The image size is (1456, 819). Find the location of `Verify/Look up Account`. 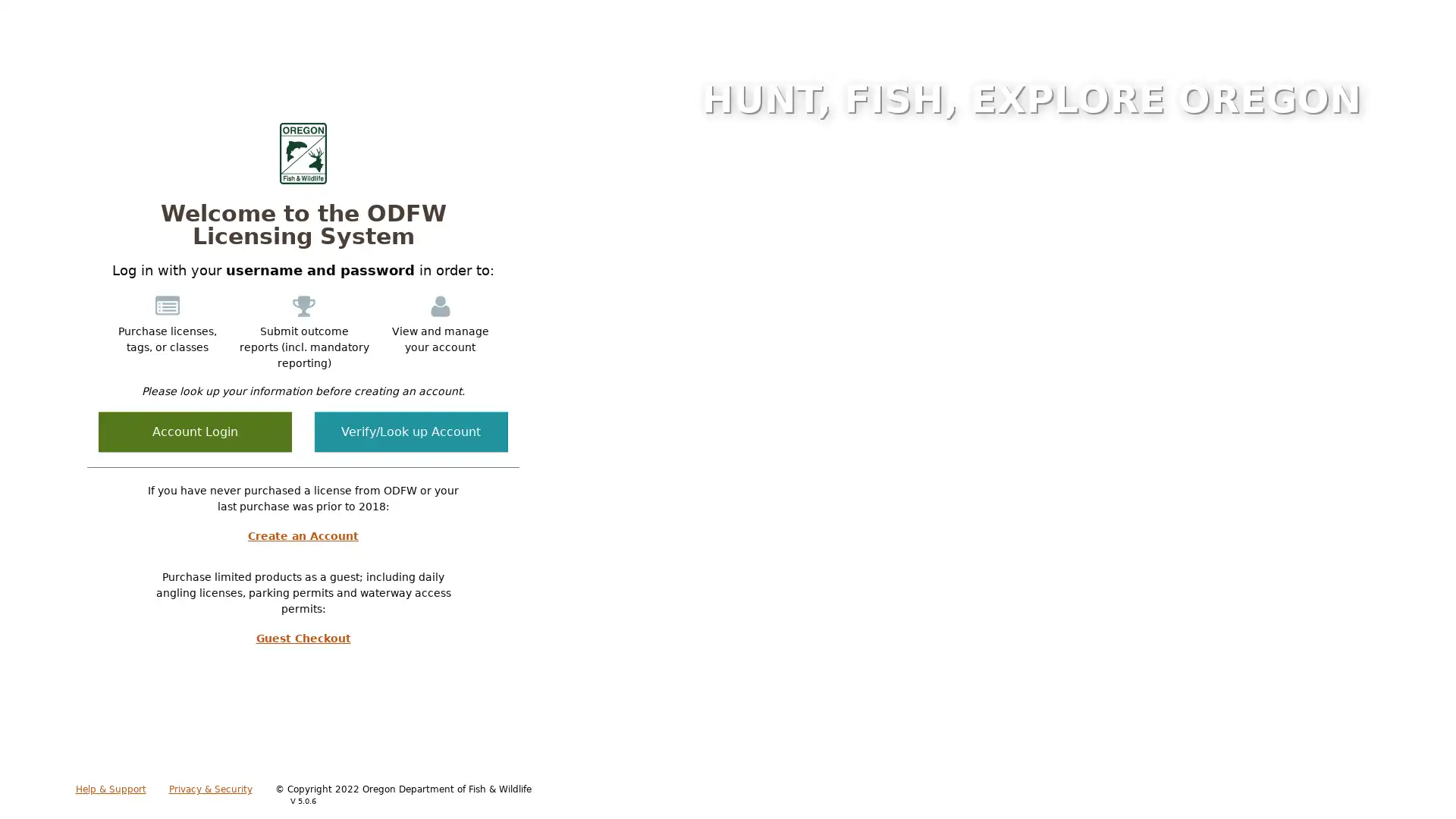

Verify/Look up Account is located at coordinates (411, 431).